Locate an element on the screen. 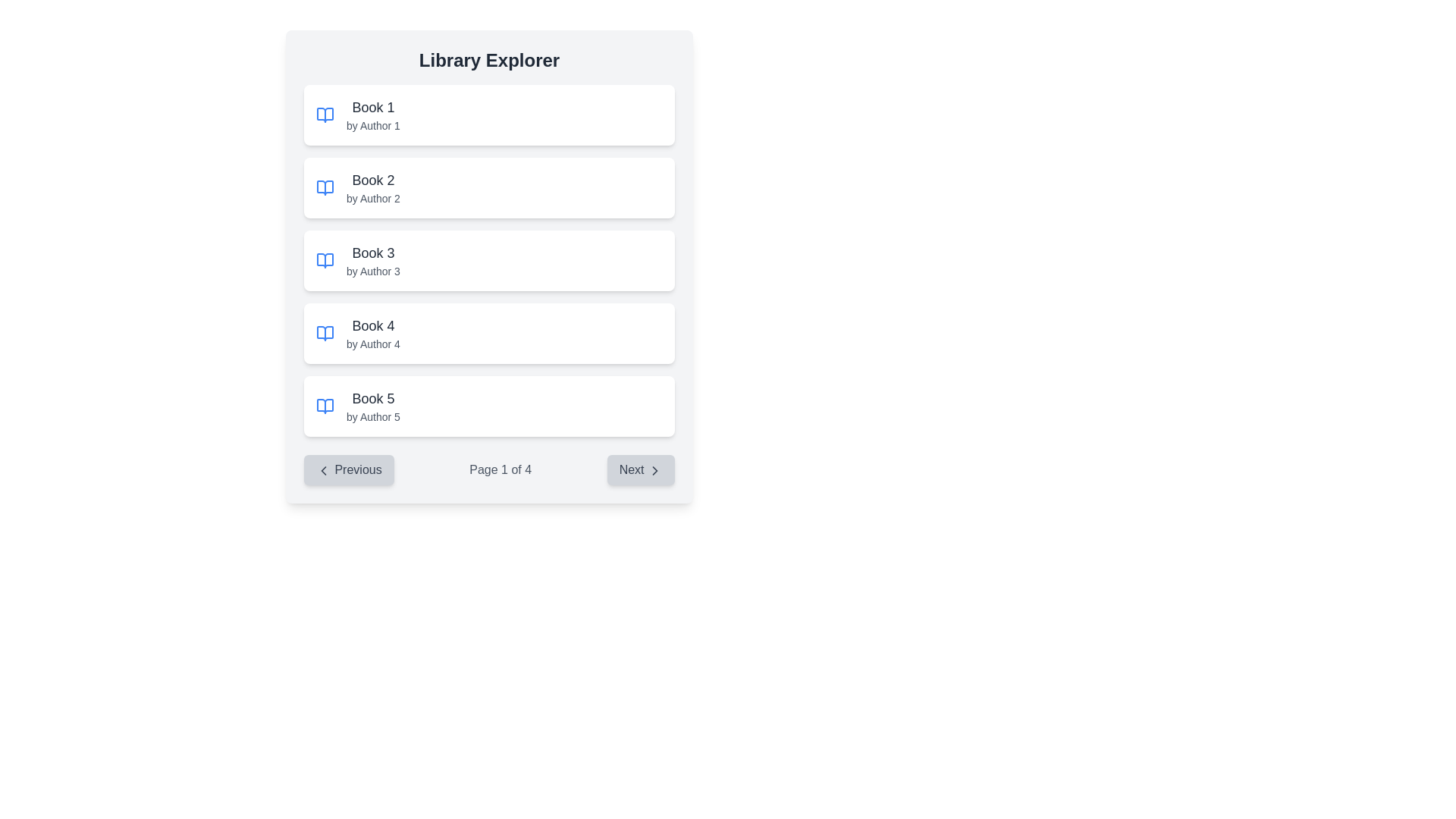 The image size is (1456, 819). the book icon associated with the list item 'Book 2 by Author 2', located on the left side of the item is located at coordinates (324, 187).